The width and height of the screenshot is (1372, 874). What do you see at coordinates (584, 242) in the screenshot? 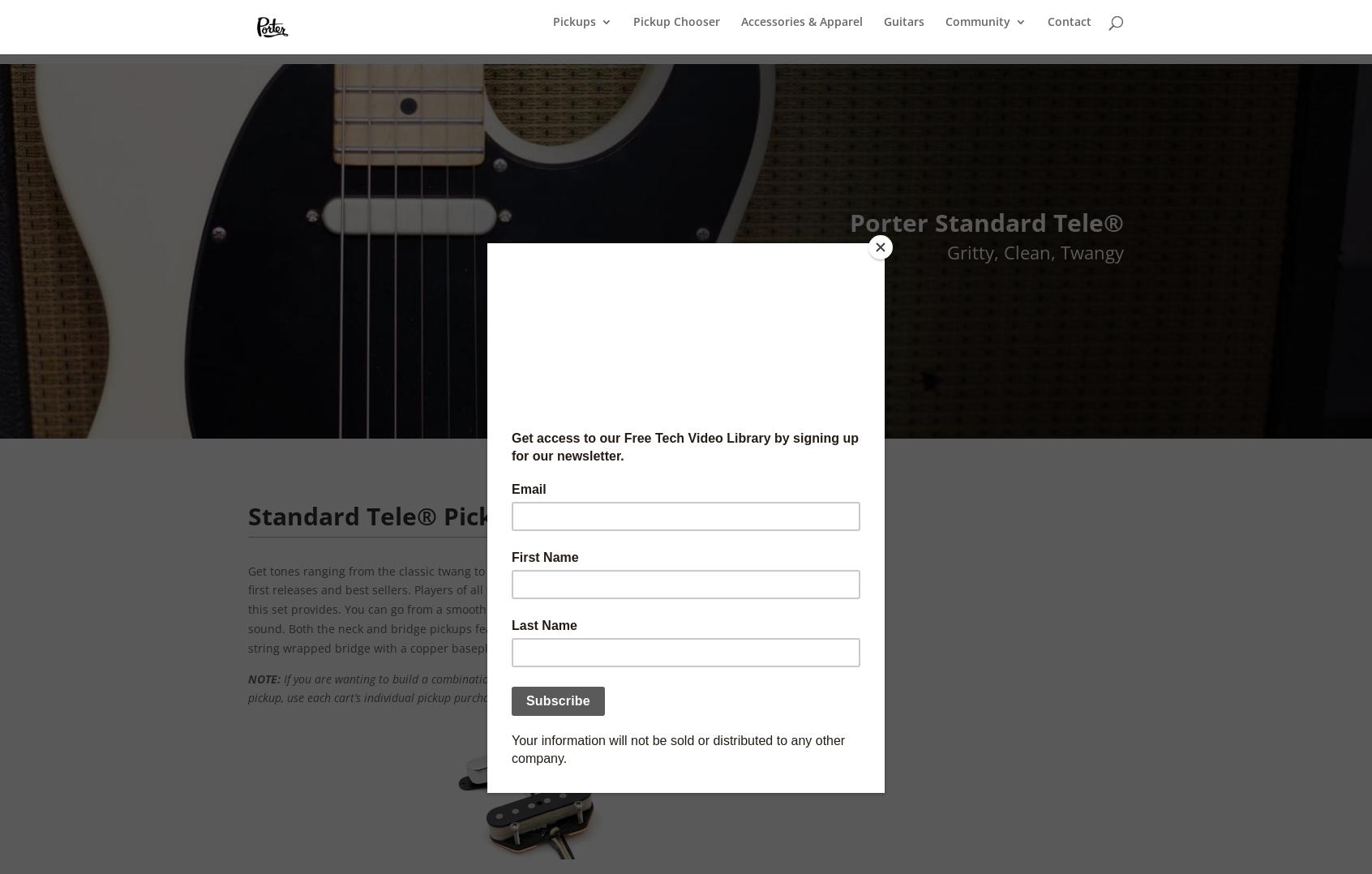
I see `'P-90 Pickups'` at bounding box center [584, 242].